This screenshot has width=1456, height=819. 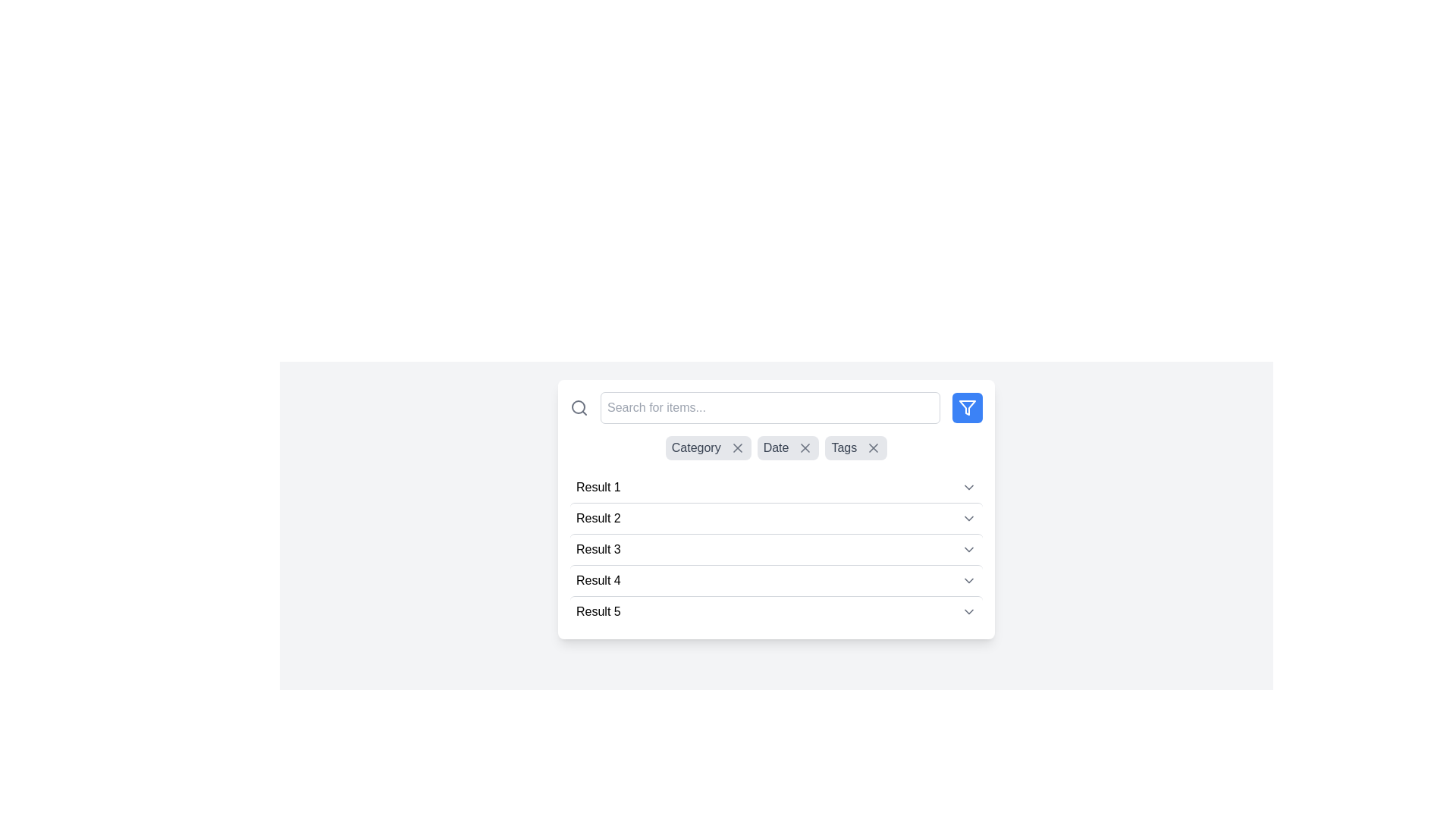 What do you see at coordinates (968, 488) in the screenshot?
I see `the SVG icon indicating a dropdown for the 'Result 1' entry` at bounding box center [968, 488].